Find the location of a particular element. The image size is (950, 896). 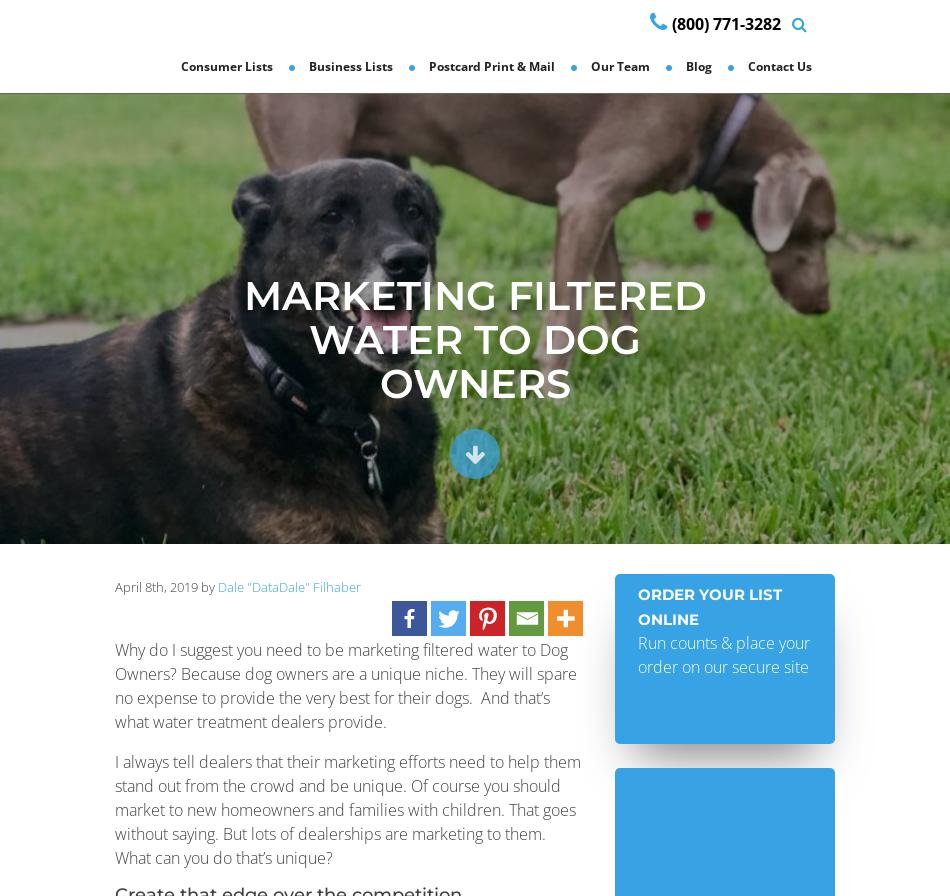

'Marketing Filtered Water to Dog Owners' is located at coordinates (473, 339).